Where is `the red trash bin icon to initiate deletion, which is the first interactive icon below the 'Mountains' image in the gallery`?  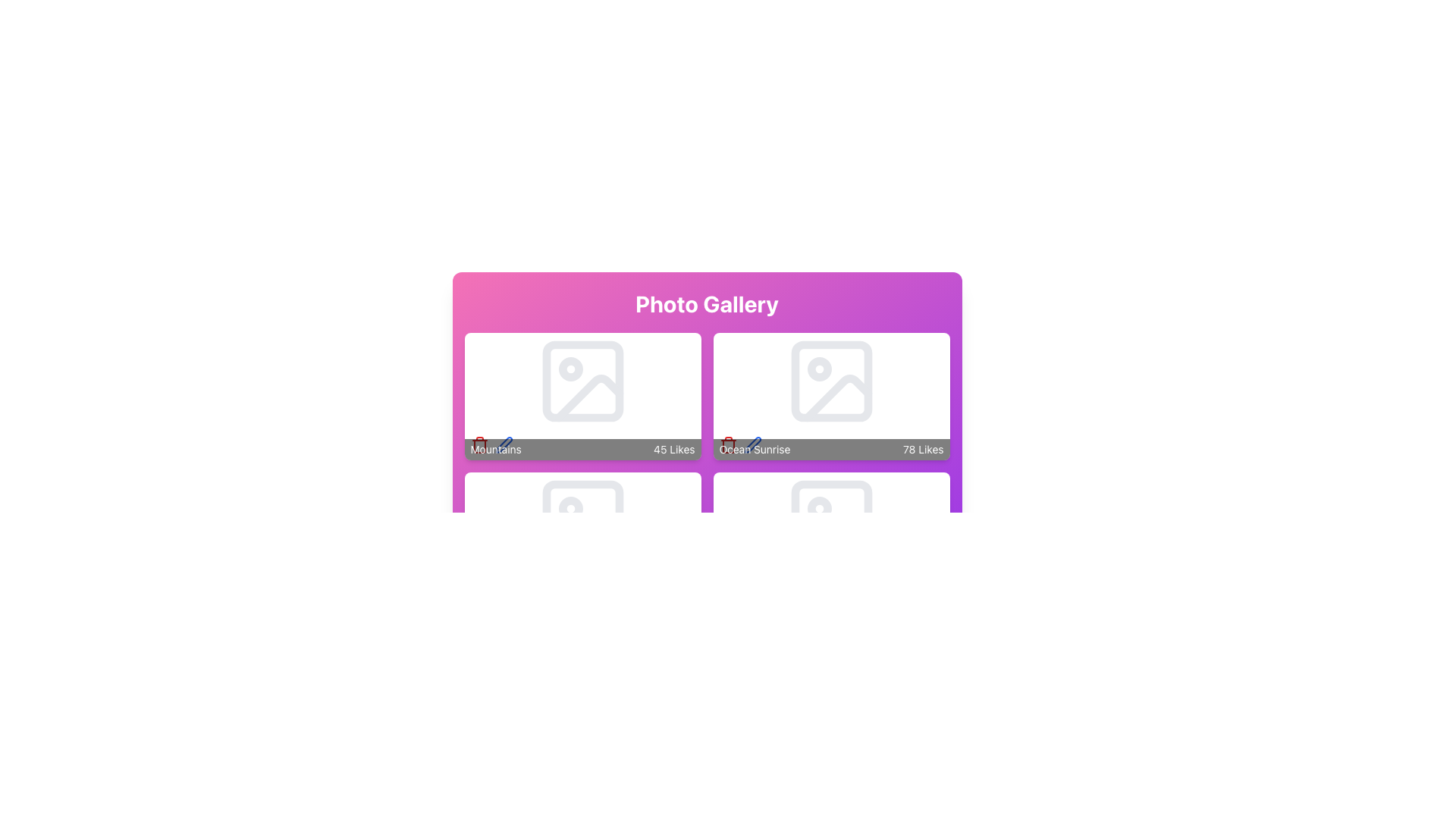
the red trash bin icon to initiate deletion, which is the first interactive icon below the 'Mountains' image in the gallery is located at coordinates (479, 584).